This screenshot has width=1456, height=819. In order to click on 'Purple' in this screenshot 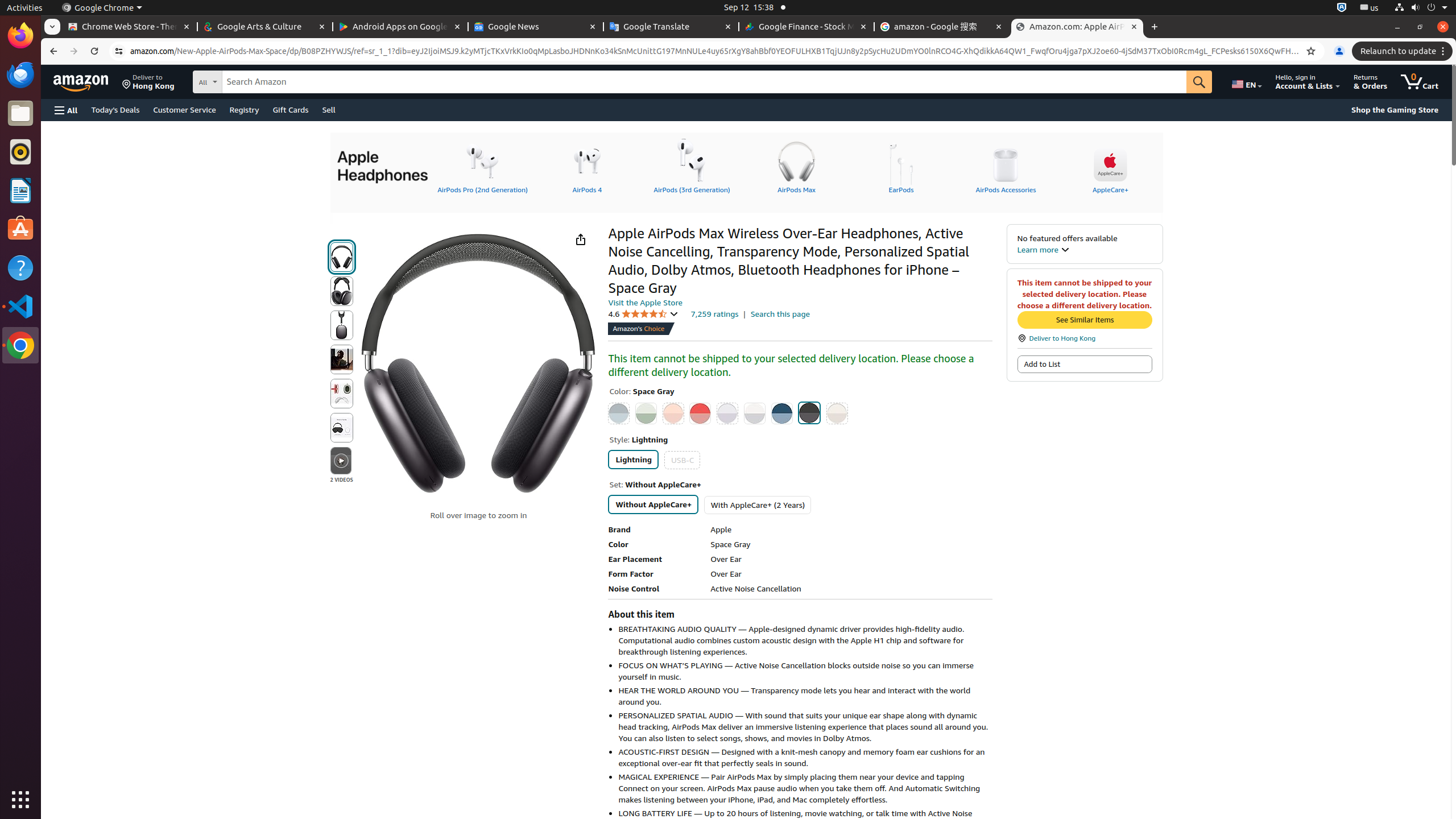, I will do `click(727, 412)`.